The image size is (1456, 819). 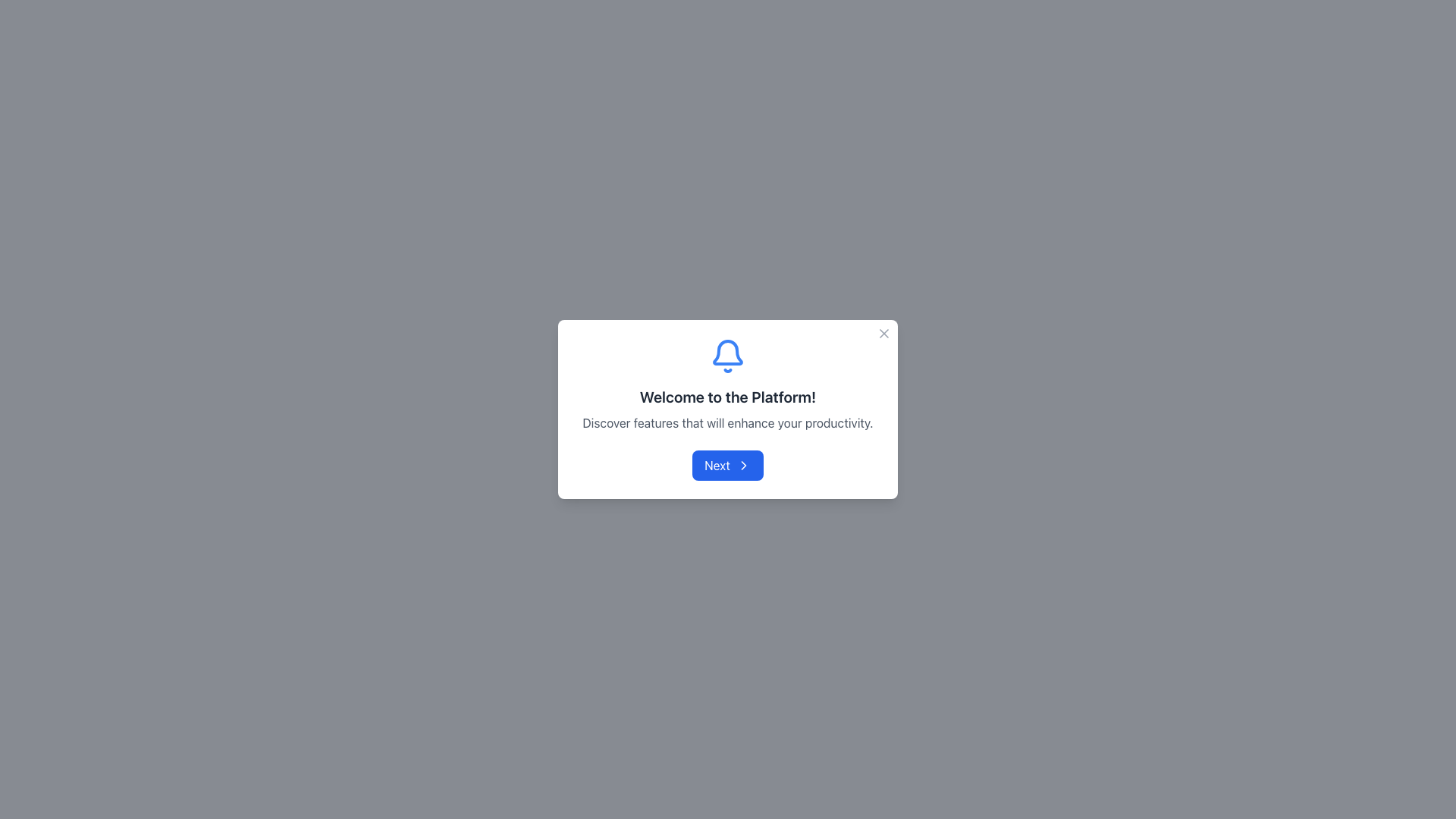 I want to click on the close button represented by a small 'X' icon at the top right corner of the panel, so click(x=884, y=332).